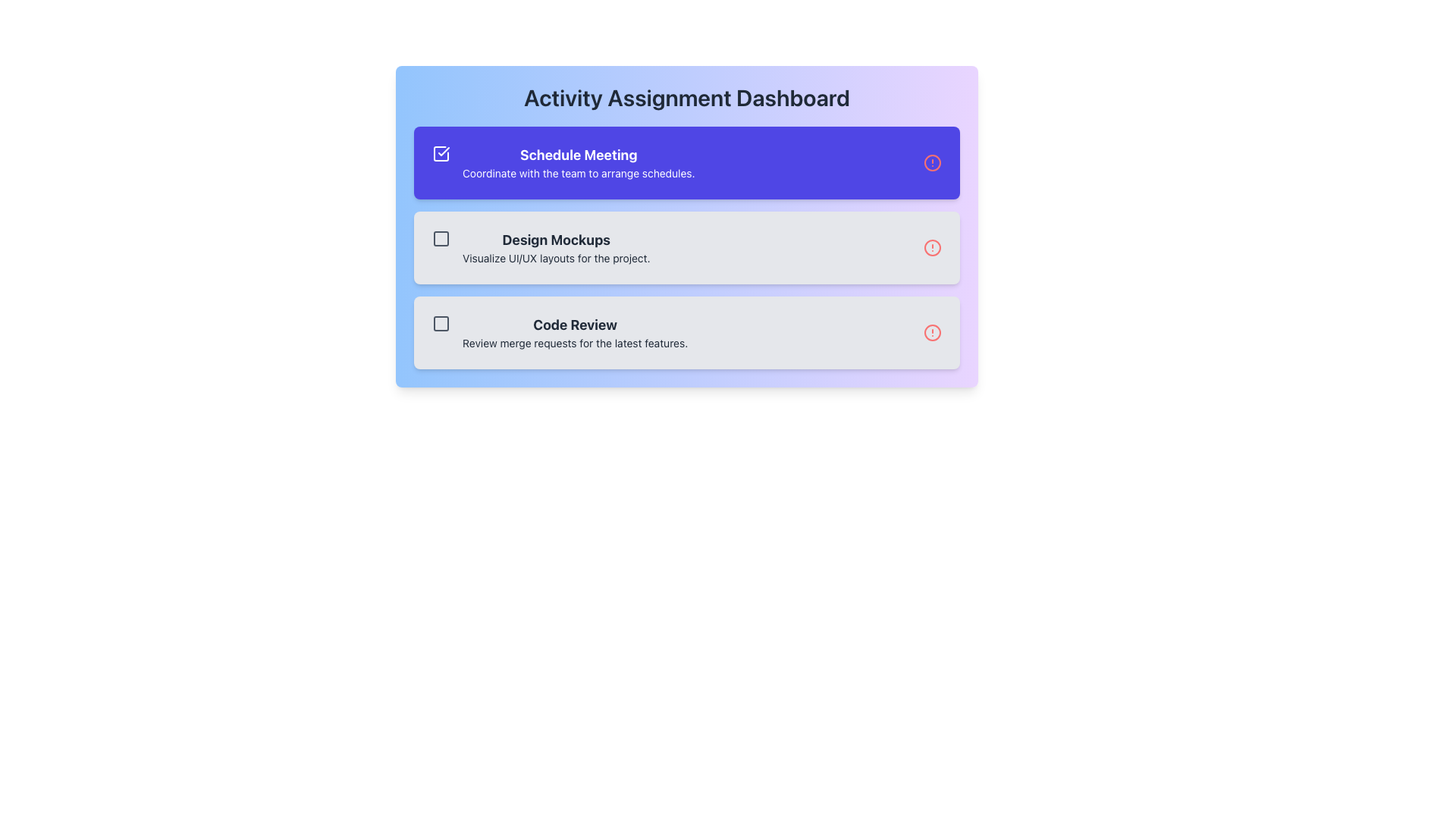  I want to click on the Text Display Panel displaying 'Design Mockups' with the message 'Visualize UI/UX layouts for the project.', so click(541, 247).